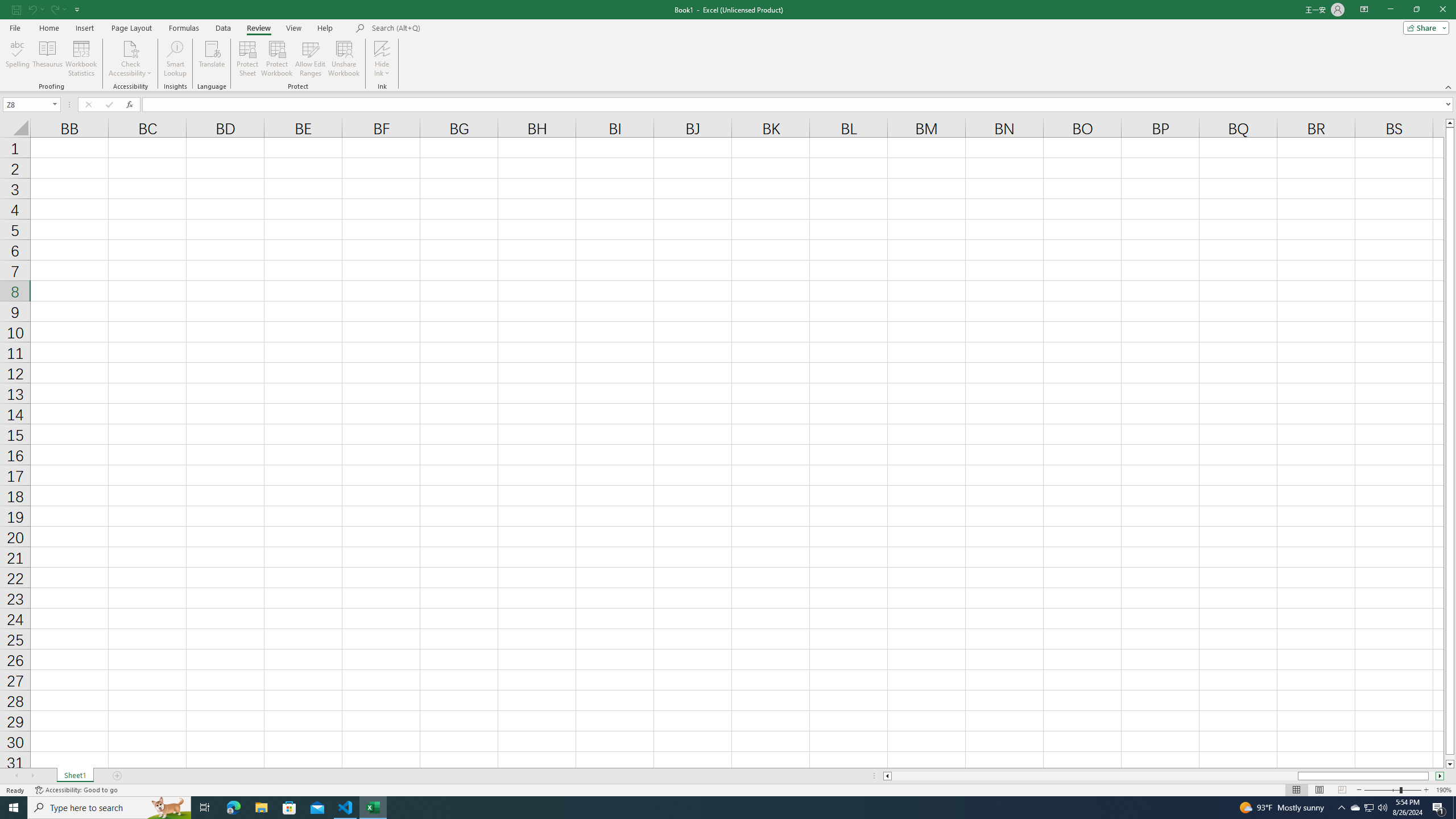 Image resolution: width=1456 pixels, height=819 pixels. What do you see at coordinates (248, 59) in the screenshot?
I see `'Protect Sheet...'` at bounding box center [248, 59].